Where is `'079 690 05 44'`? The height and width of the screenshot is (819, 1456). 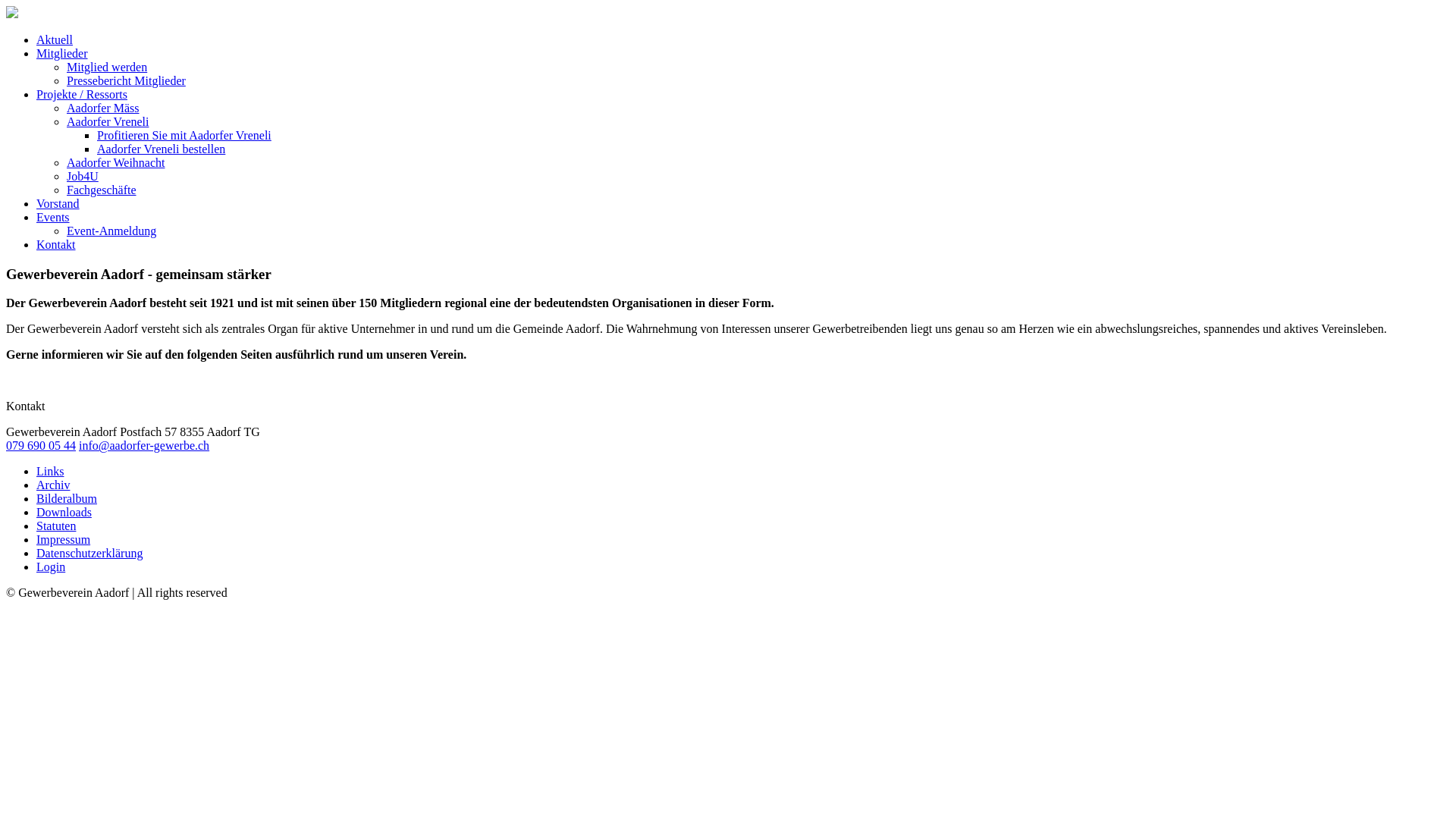 '079 690 05 44' is located at coordinates (40, 444).